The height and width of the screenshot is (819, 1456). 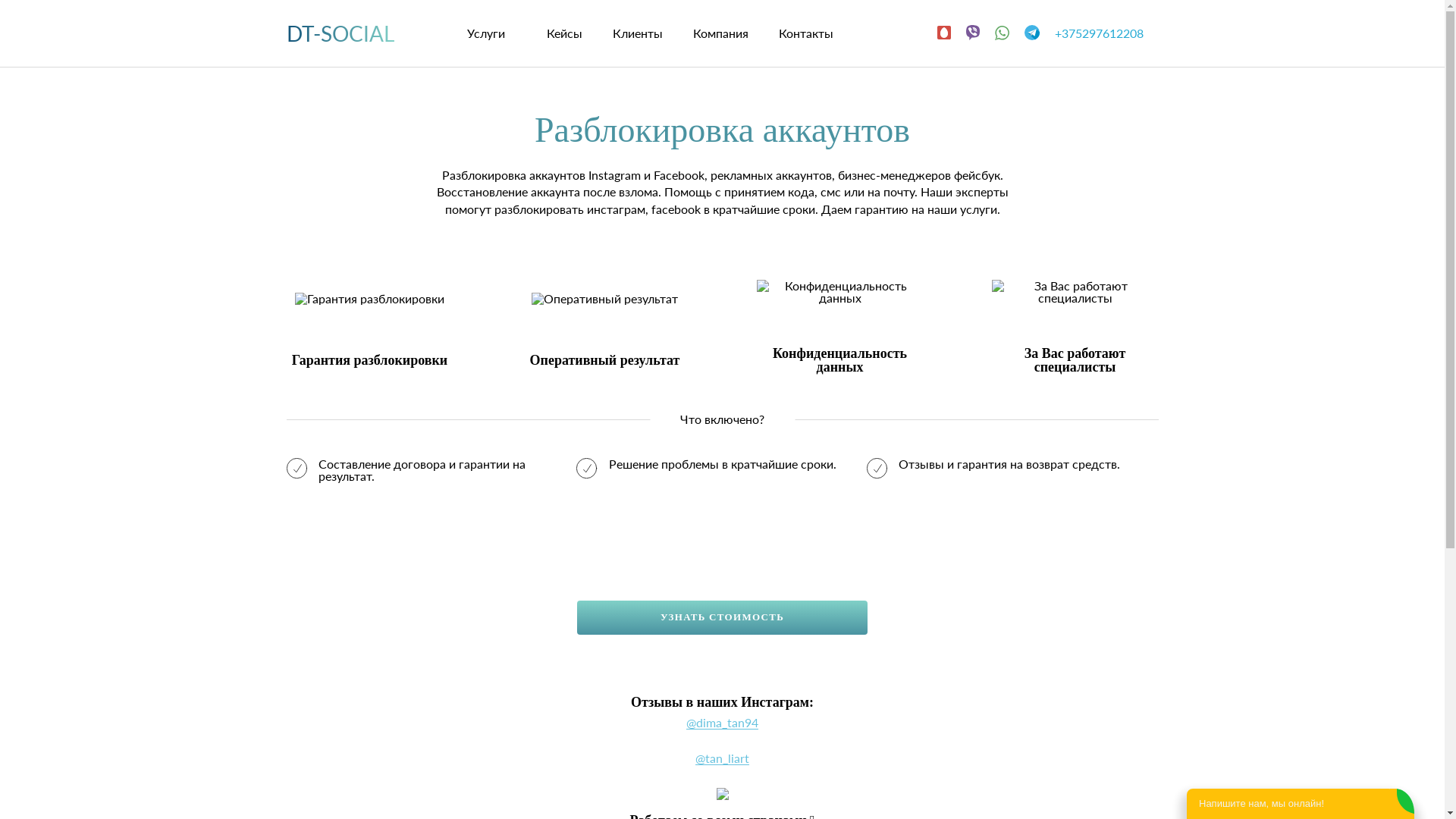 What do you see at coordinates (721, 758) in the screenshot?
I see `'@tan_liart'` at bounding box center [721, 758].